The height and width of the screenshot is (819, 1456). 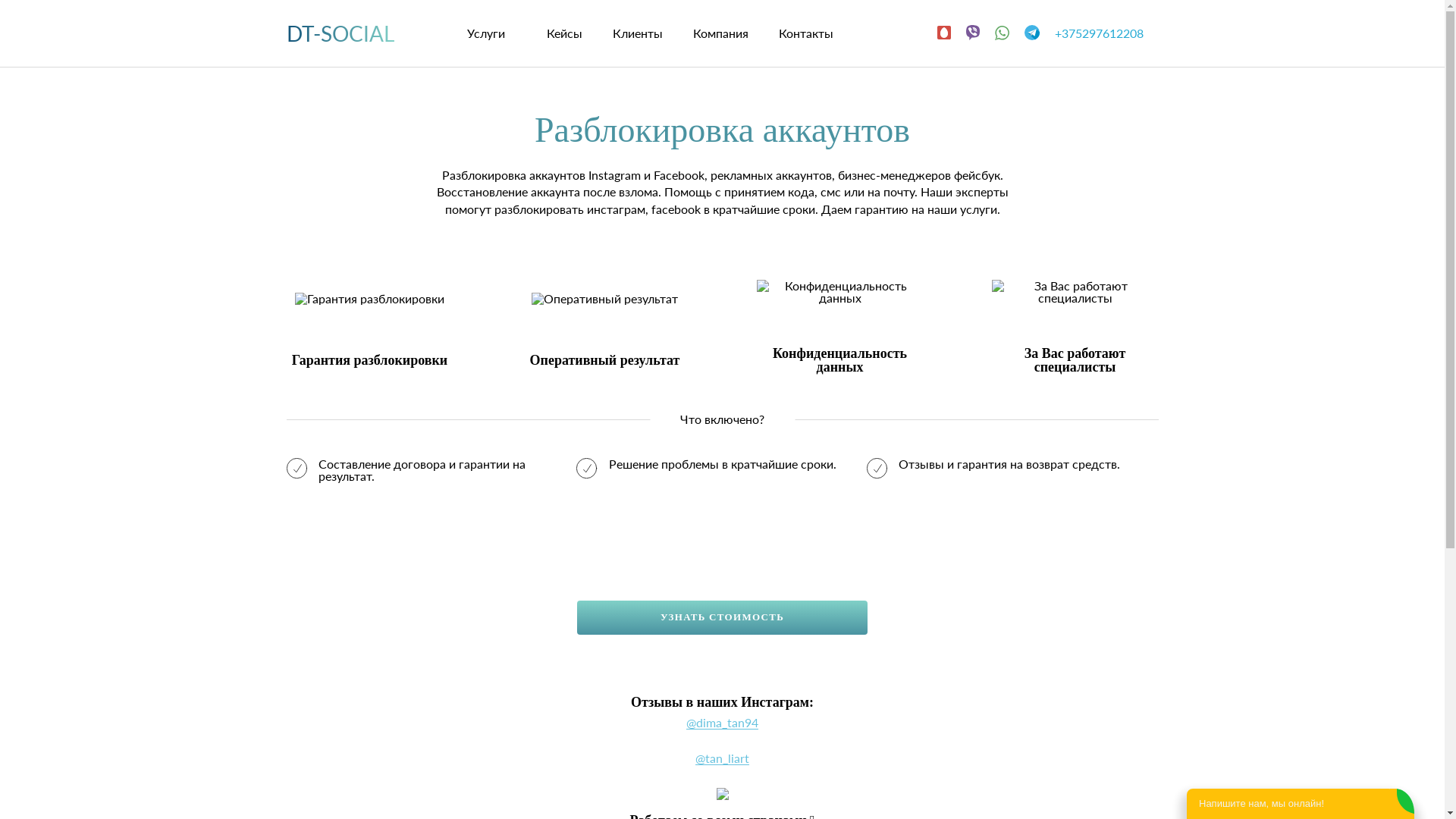 What do you see at coordinates (721, 758) in the screenshot?
I see `'@tan_liart'` at bounding box center [721, 758].